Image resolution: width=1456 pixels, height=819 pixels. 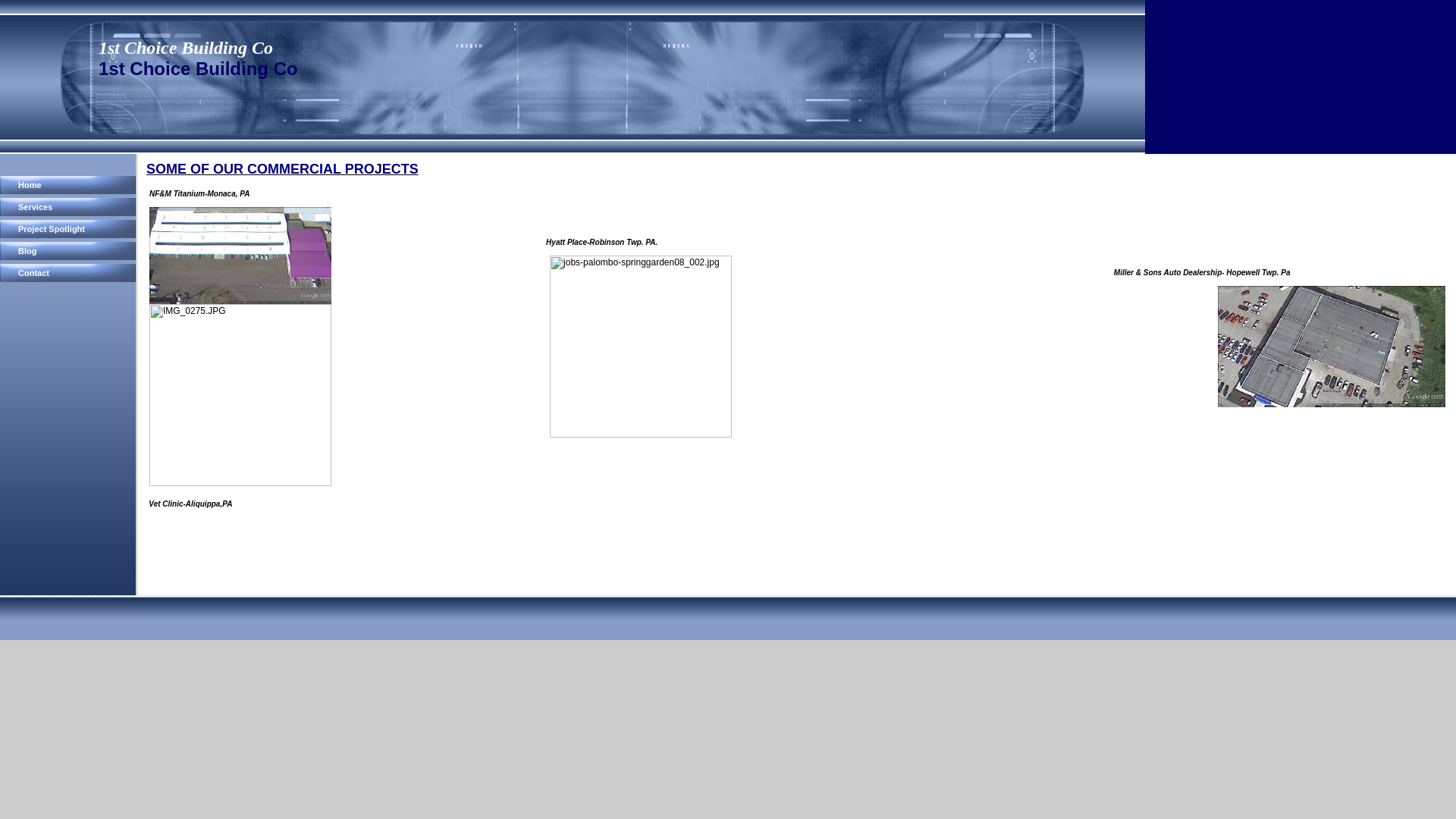 What do you see at coordinates (68, 207) in the screenshot?
I see `'Services'` at bounding box center [68, 207].